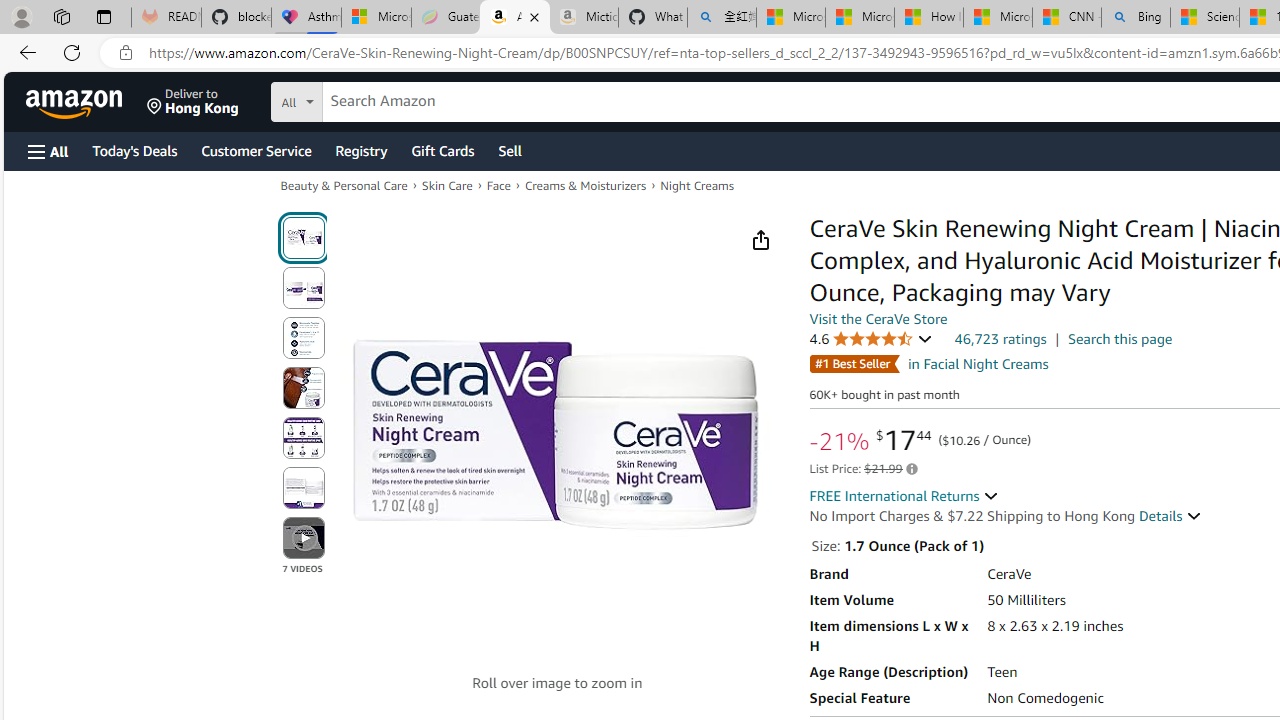  What do you see at coordinates (1120, 338) in the screenshot?
I see `'Search this page'` at bounding box center [1120, 338].